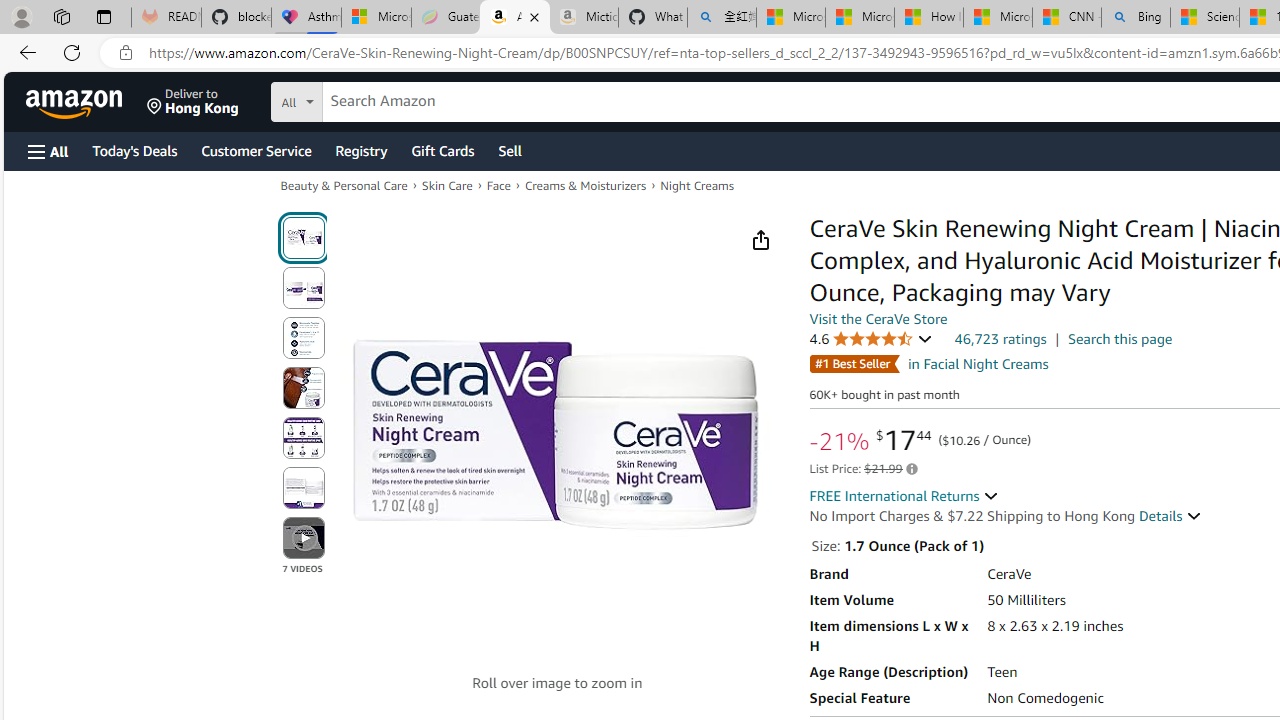  What do you see at coordinates (1120, 338) in the screenshot?
I see `'Search this page'` at bounding box center [1120, 338].